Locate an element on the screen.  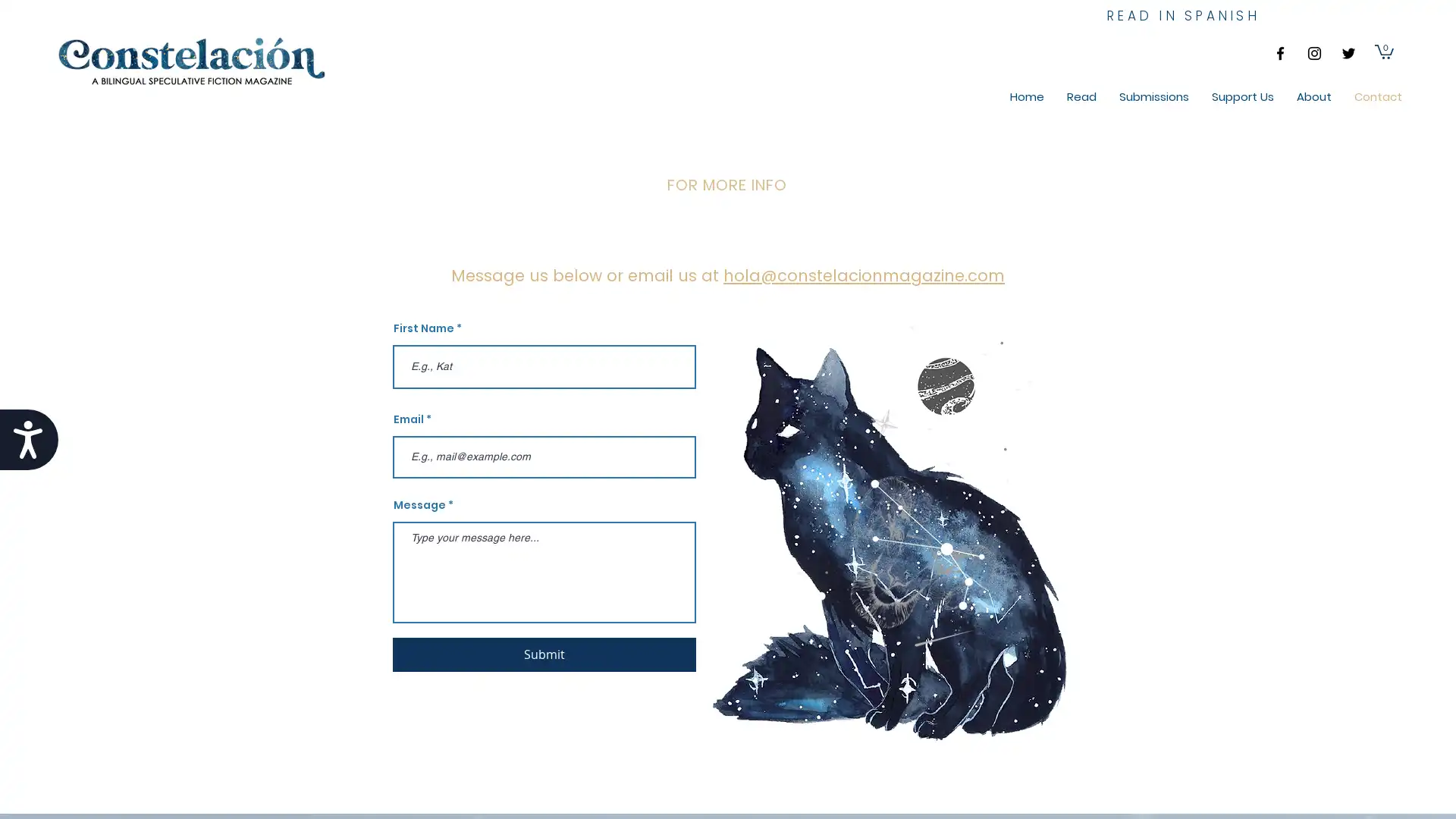
Close is located at coordinates (1437, 792).